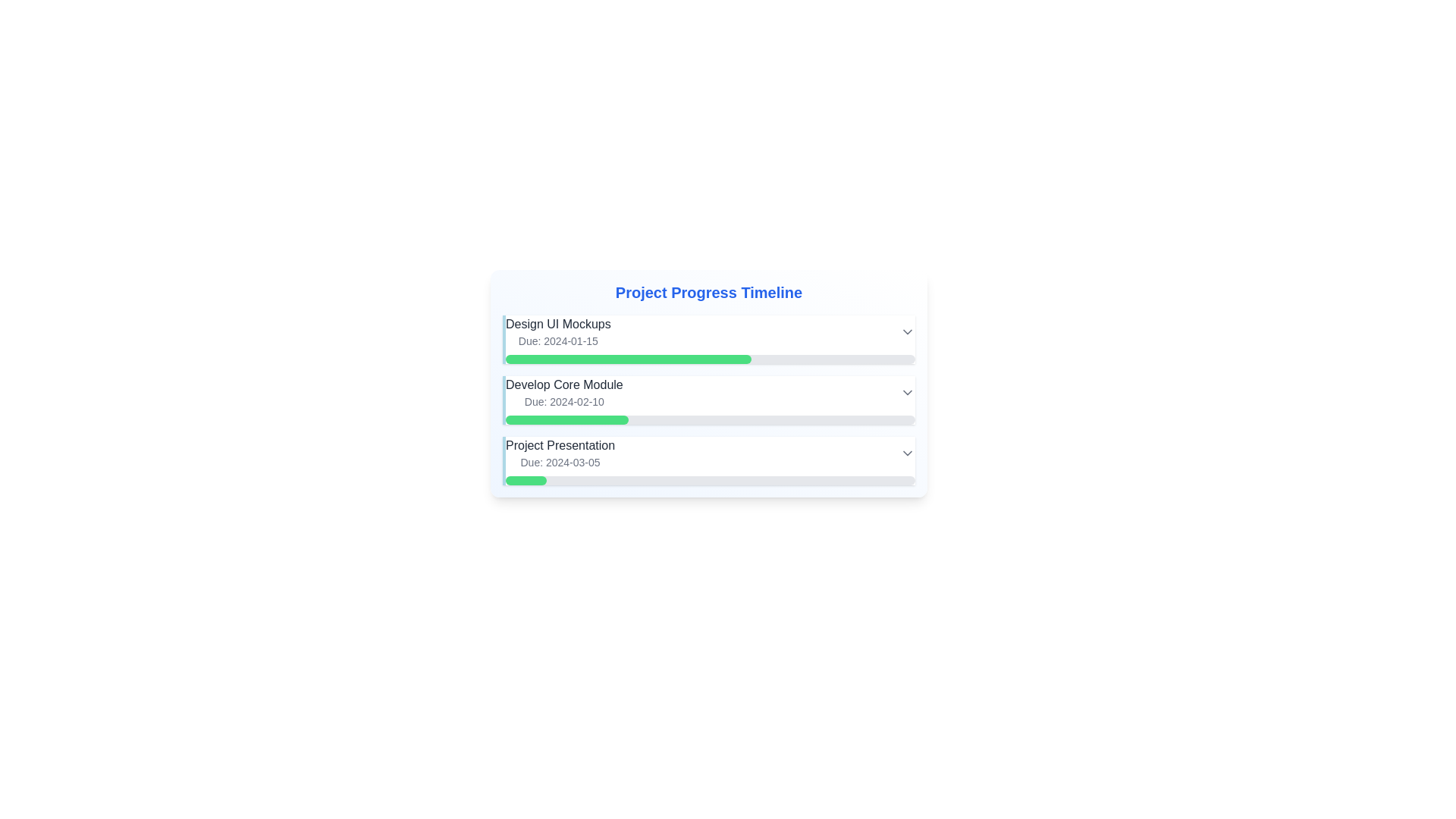  What do you see at coordinates (560, 444) in the screenshot?
I see `the text label displaying 'Project Presentation' which is located above the progress bar and below 'Develop Core Module'` at bounding box center [560, 444].